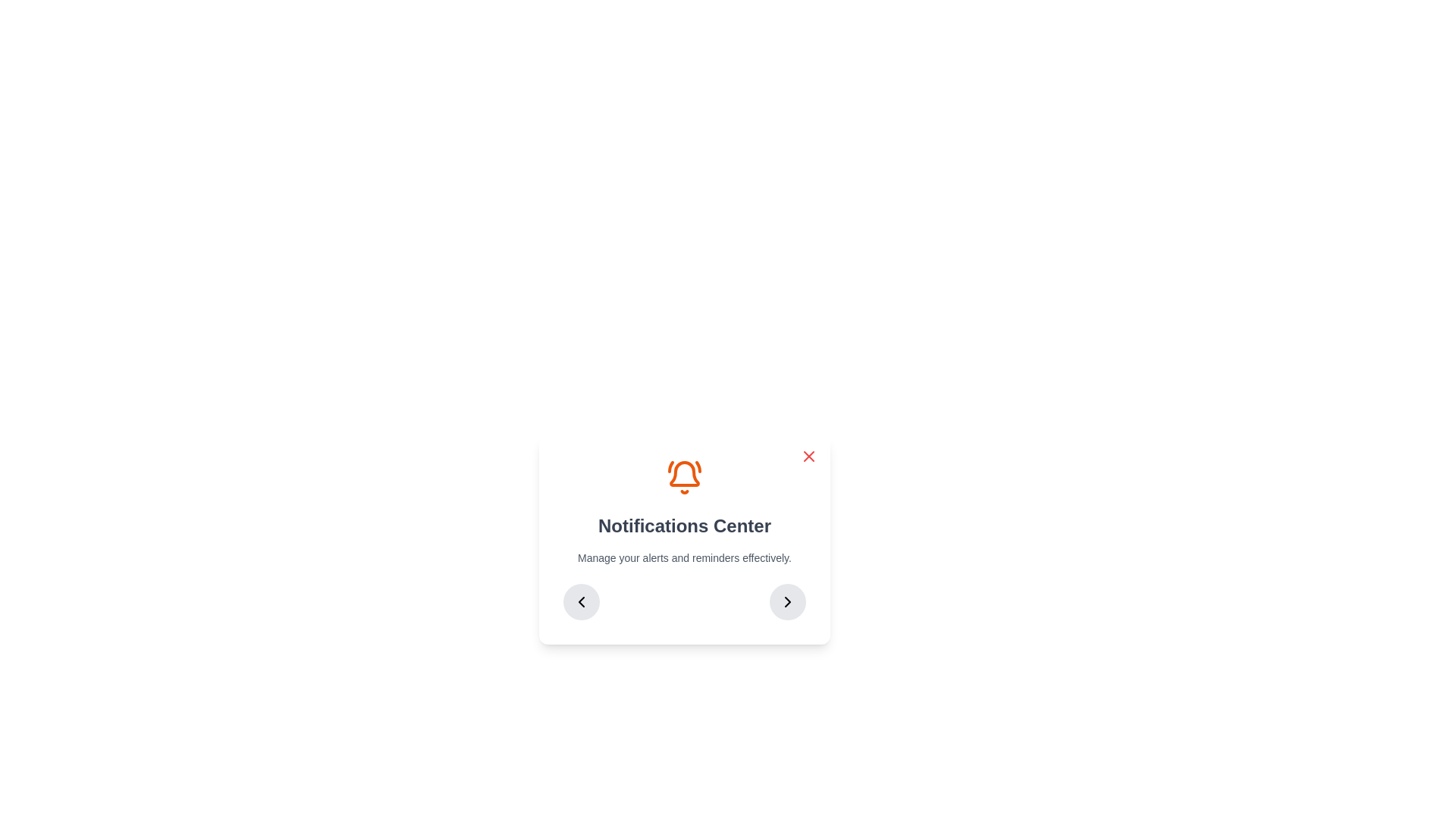 The width and height of the screenshot is (1456, 819). Describe the element at coordinates (581, 601) in the screenshot. I see `the previous navigation button located at the bottom-left corner of the 'Notifications Center' card to change its background color` at that location.